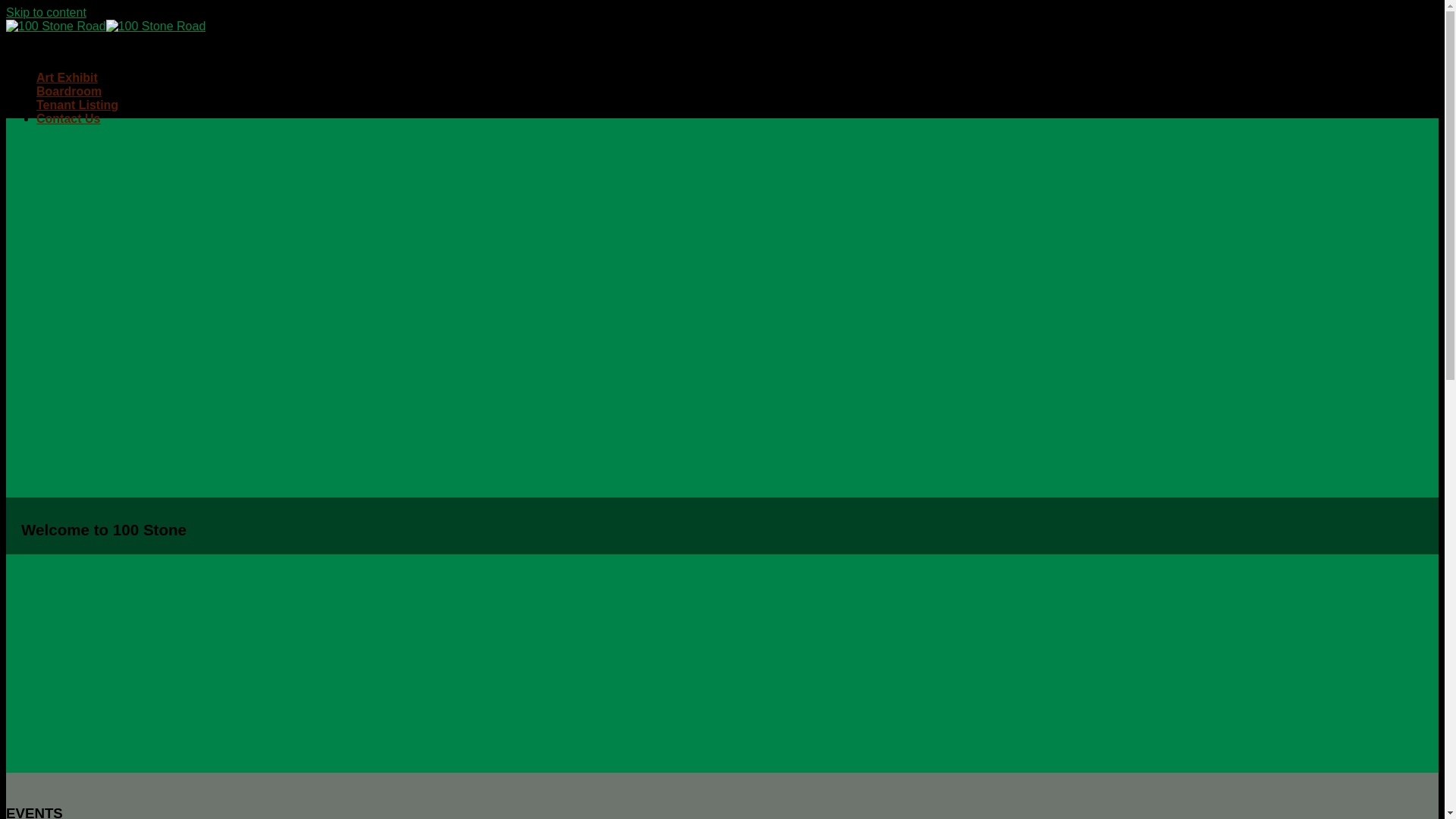  What do you see at coordinates (68, 91) in the screenshot?
I see `'Boardroom'` at bounding box center [68, 91].